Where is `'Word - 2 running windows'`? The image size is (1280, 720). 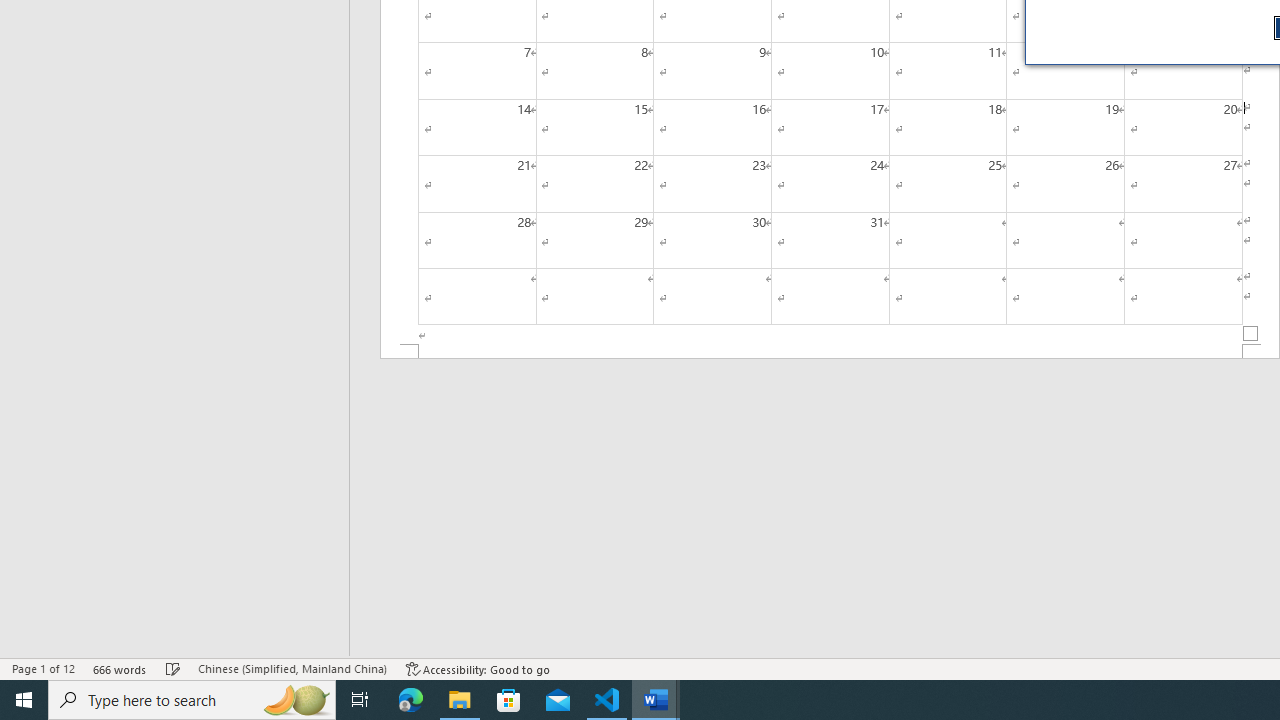 'Word - 2 running windows' is located at coordinates (656, 698).